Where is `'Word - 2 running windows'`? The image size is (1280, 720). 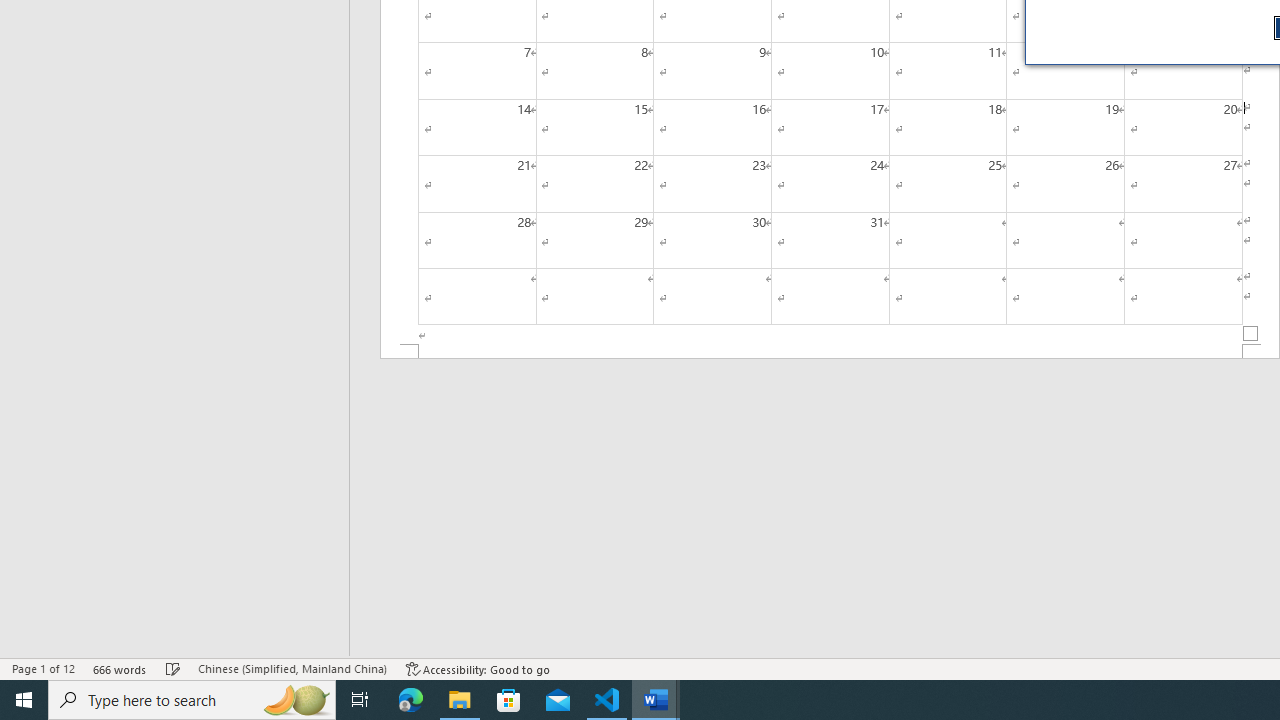 'Word - 2 running windows' is located at coordinates (656, 698).